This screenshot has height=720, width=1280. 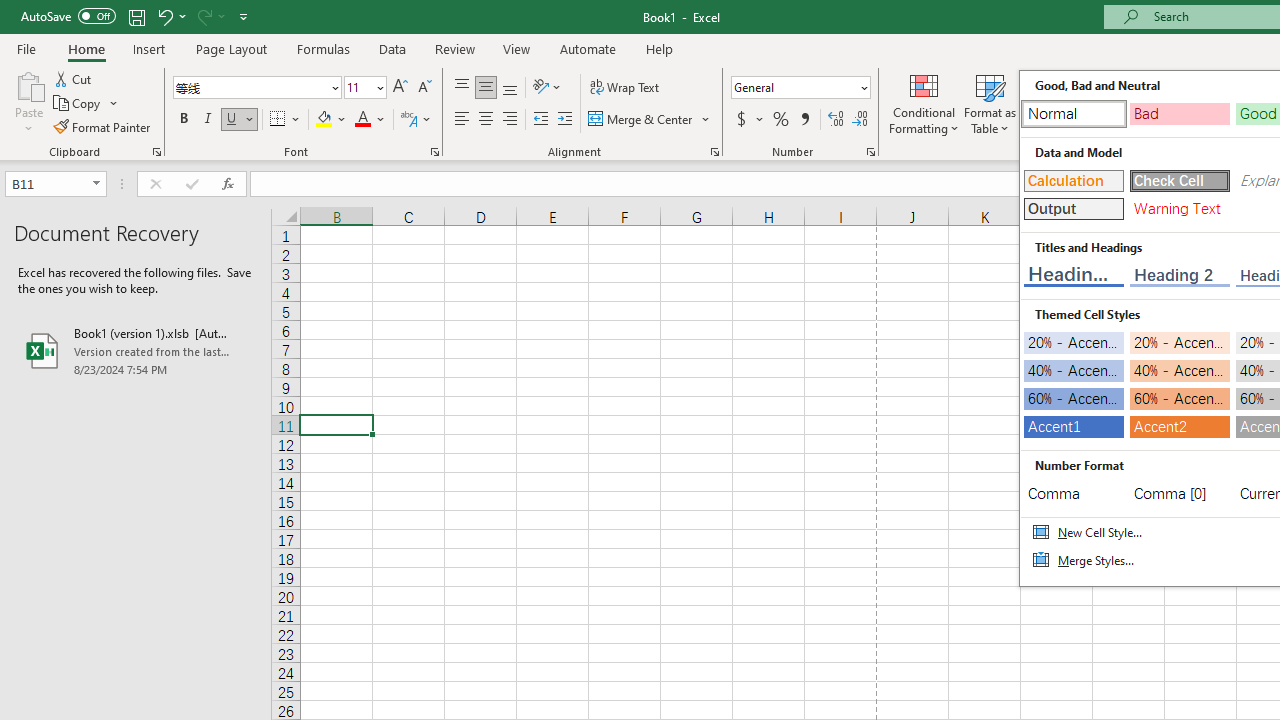 I want to click on 'Merge & Center', so click(x=650, y=119).